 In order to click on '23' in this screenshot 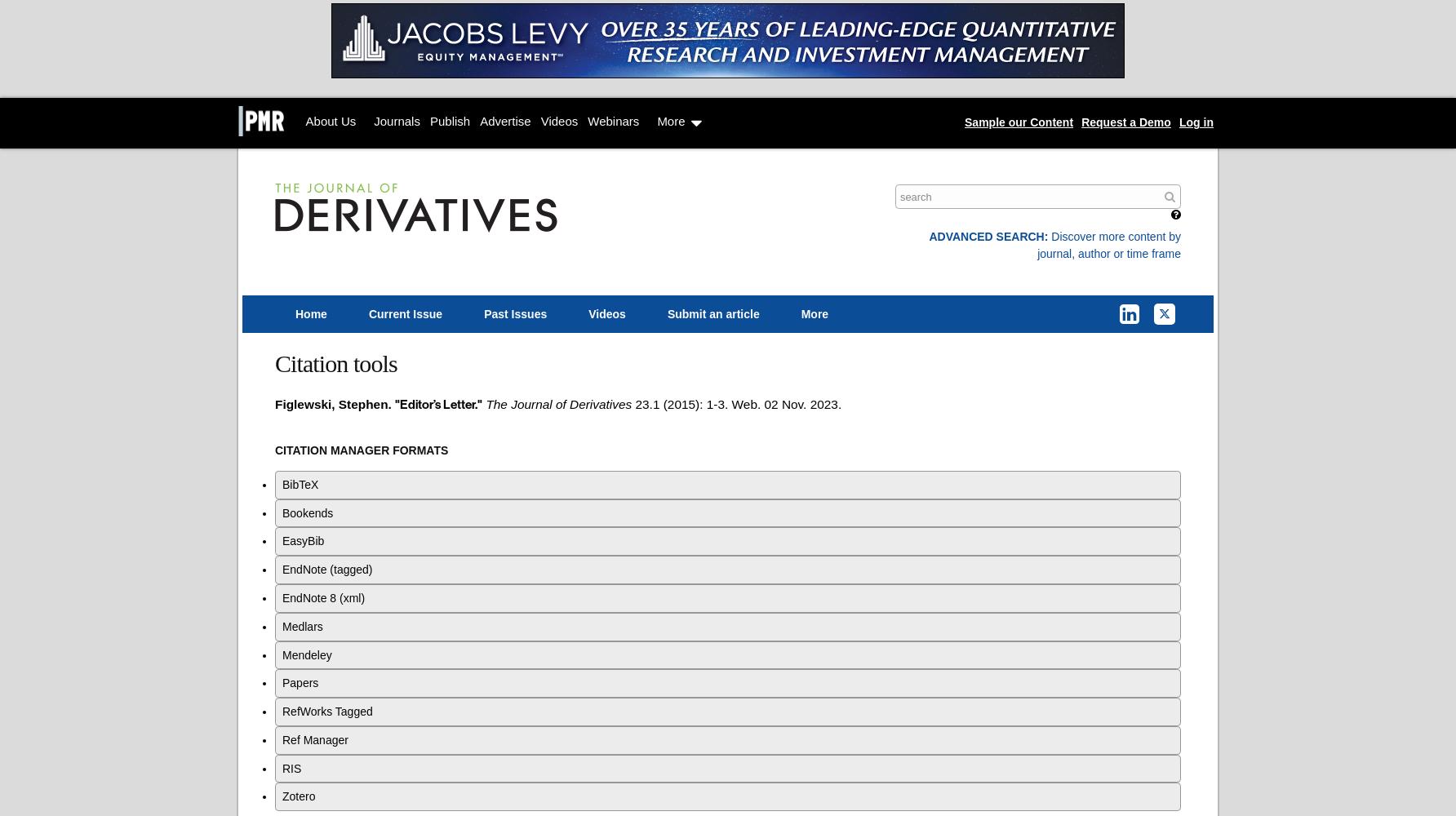, I will do `click(641, 402)`.